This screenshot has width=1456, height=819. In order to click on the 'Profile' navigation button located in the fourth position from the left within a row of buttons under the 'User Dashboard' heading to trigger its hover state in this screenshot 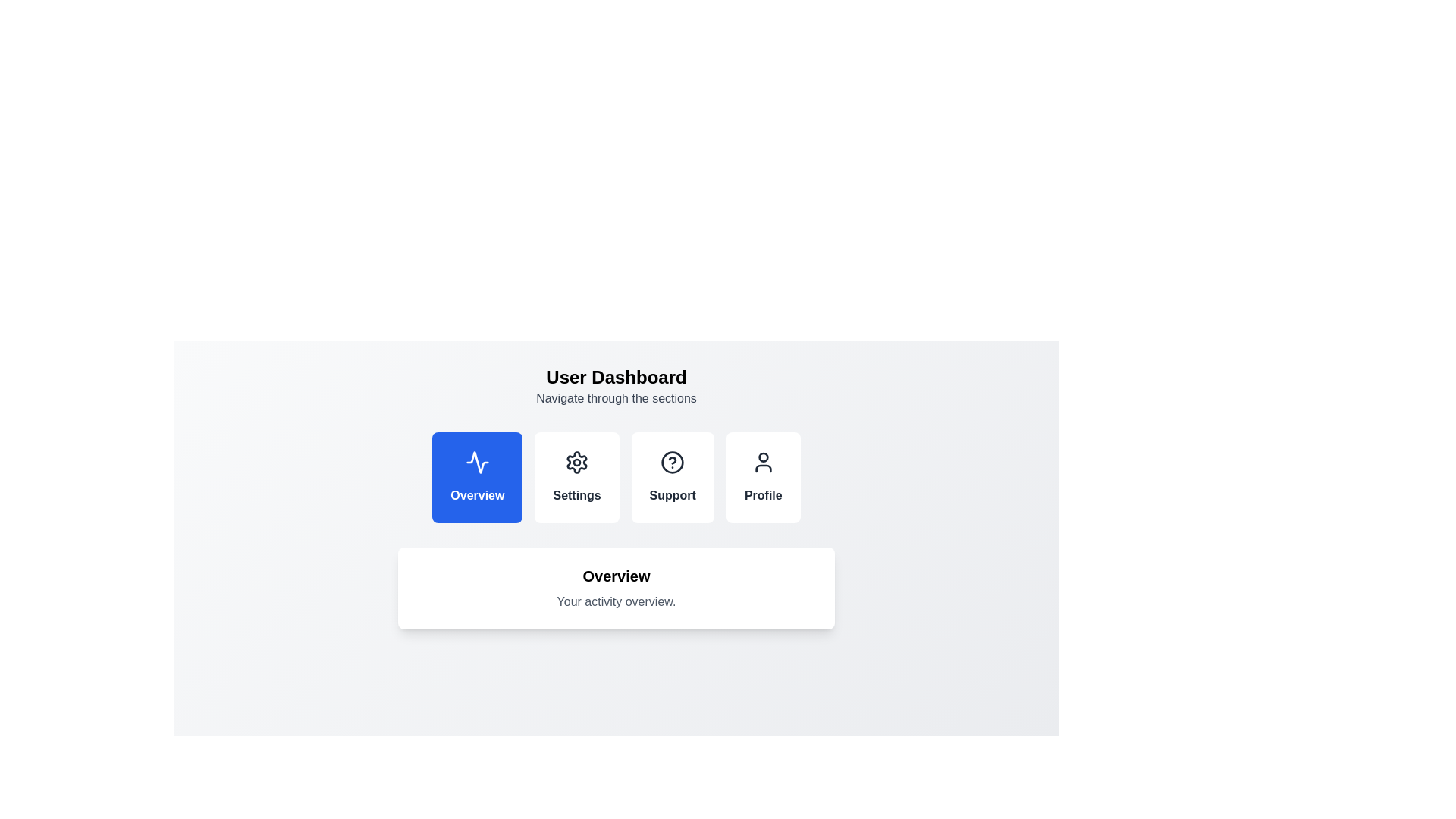, I will do `click(763, 476)`.